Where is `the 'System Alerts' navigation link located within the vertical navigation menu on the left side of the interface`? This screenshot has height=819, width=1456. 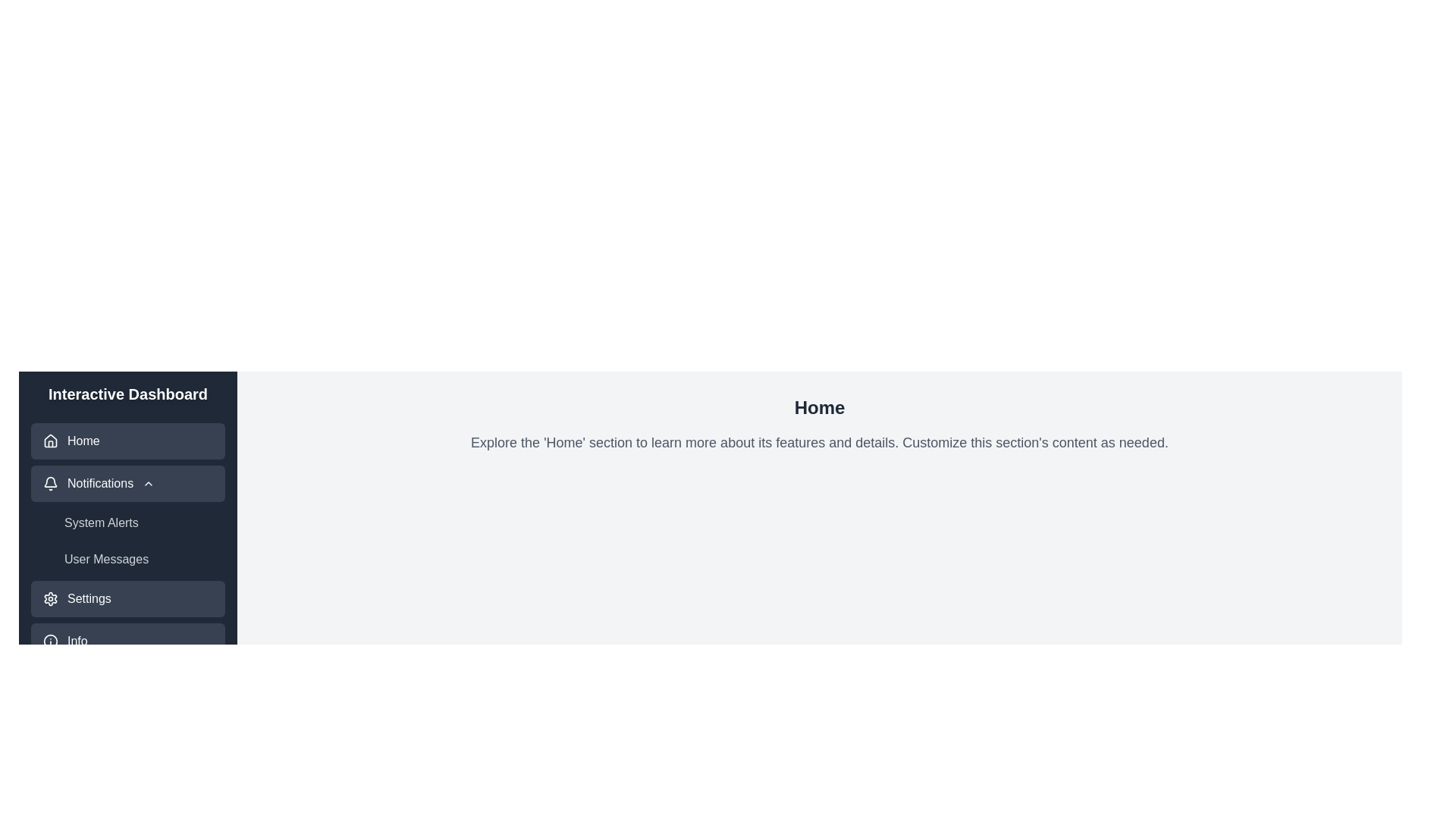
the 'System Alerts' navigation link located within the vertical navigation menu on the left side of the interface is located at coordinates (127, 540).